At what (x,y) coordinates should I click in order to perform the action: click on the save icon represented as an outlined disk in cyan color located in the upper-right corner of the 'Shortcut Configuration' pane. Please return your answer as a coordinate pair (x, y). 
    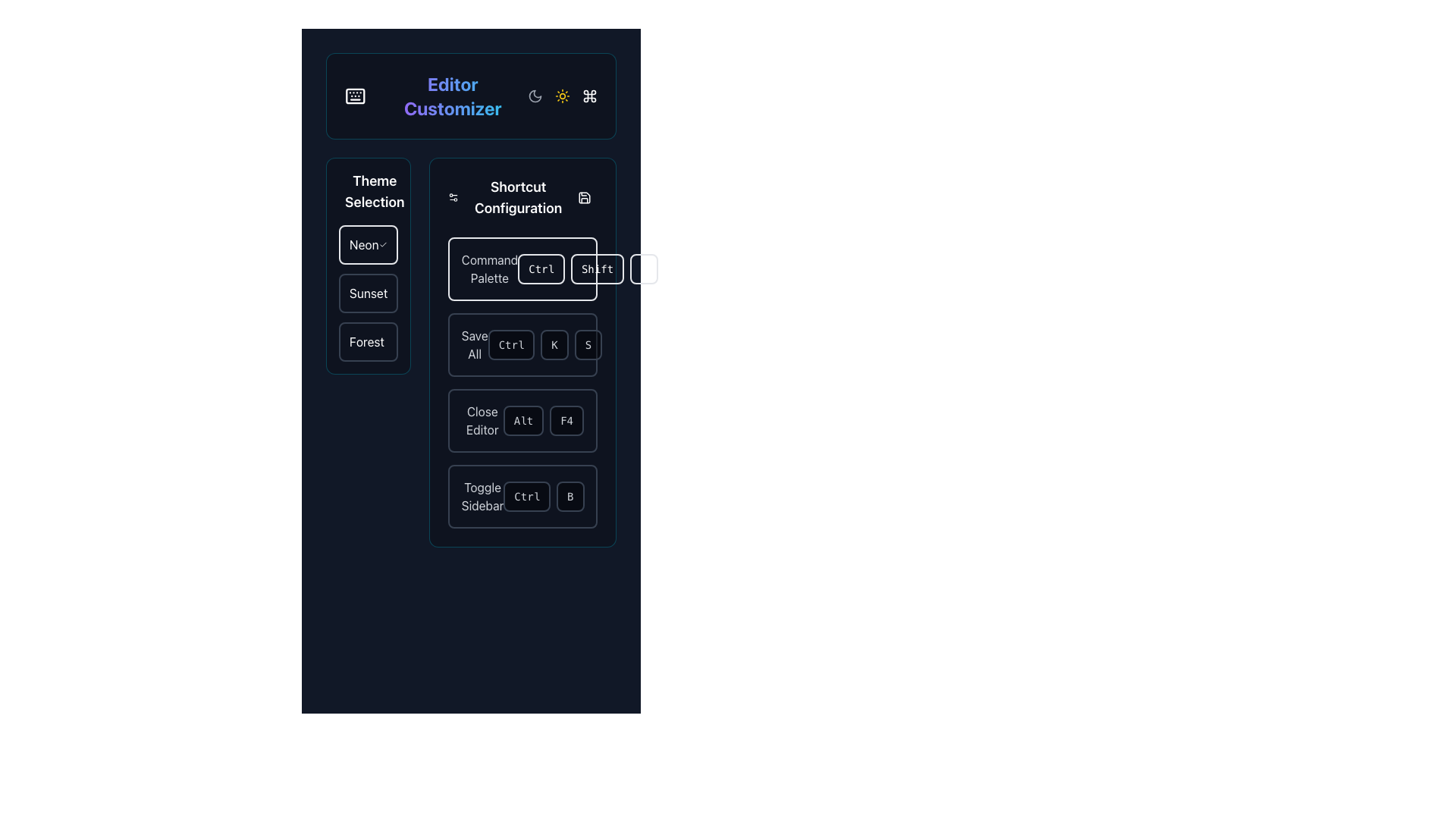
    Looking at the image, I should click on (584, 197).